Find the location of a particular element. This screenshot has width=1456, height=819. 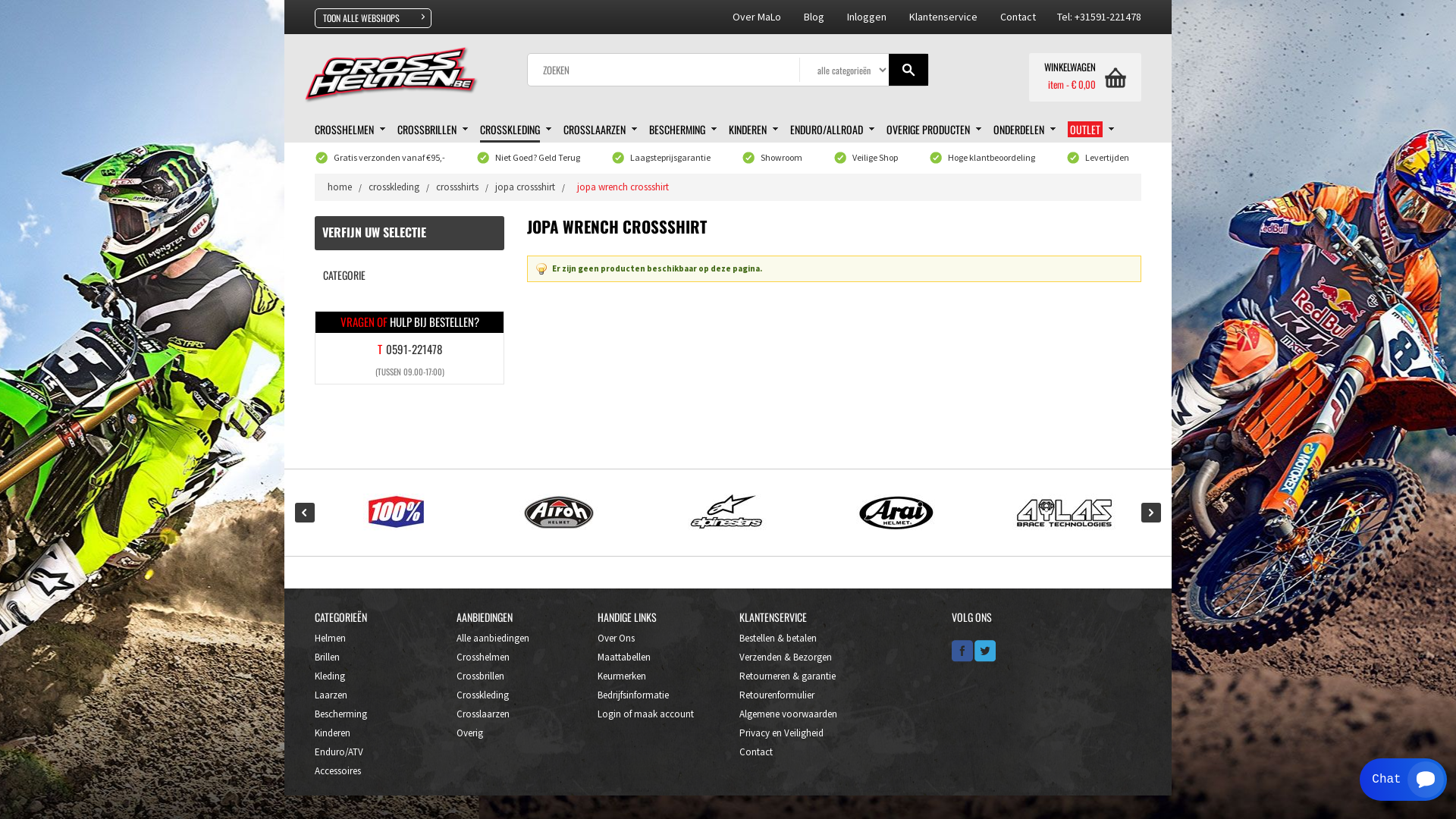

'Smartsupp widget button' is located at coordinates (1360, 780).